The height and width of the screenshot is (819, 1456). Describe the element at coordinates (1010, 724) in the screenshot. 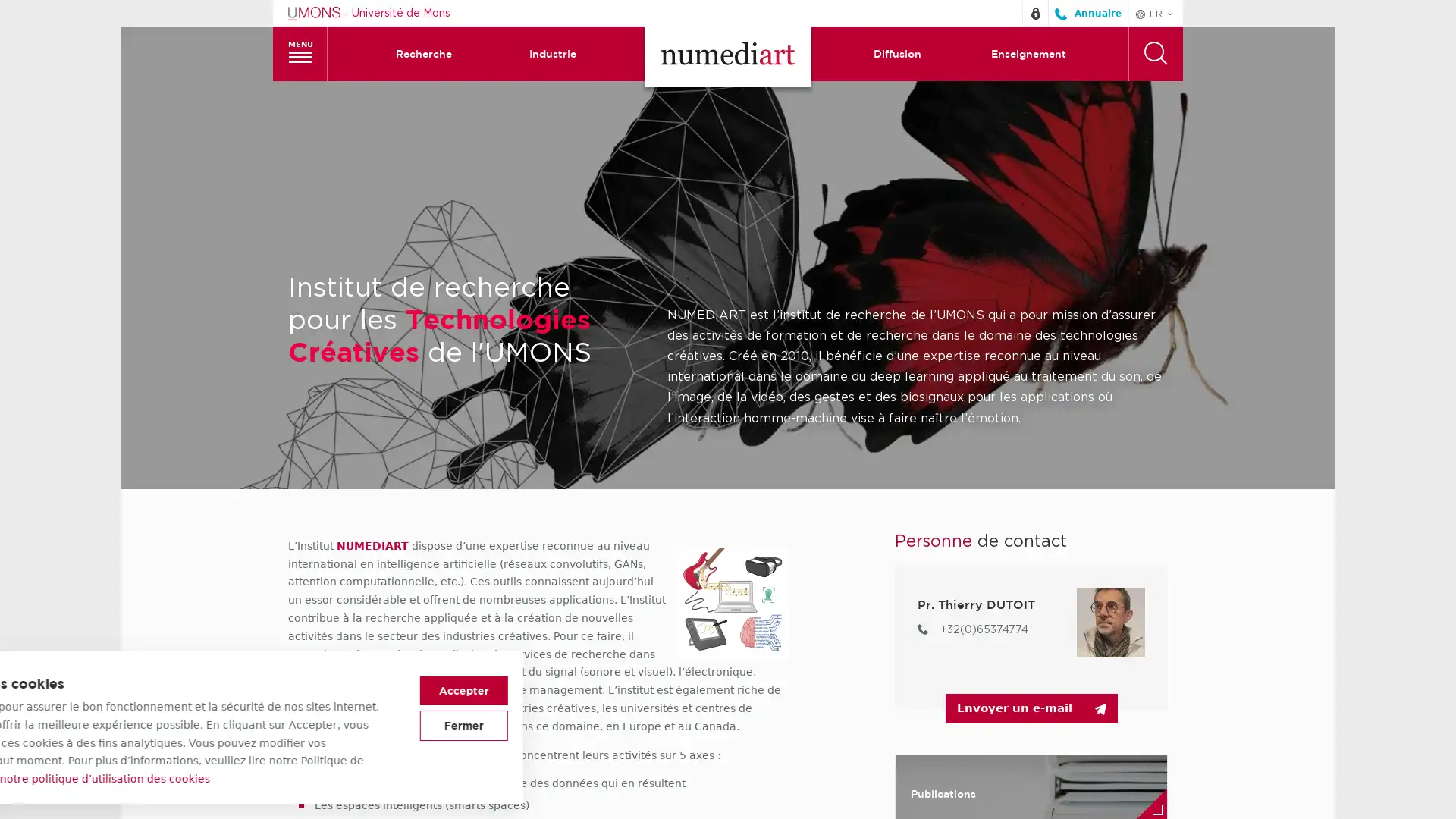

I see `Fermer` at that location.